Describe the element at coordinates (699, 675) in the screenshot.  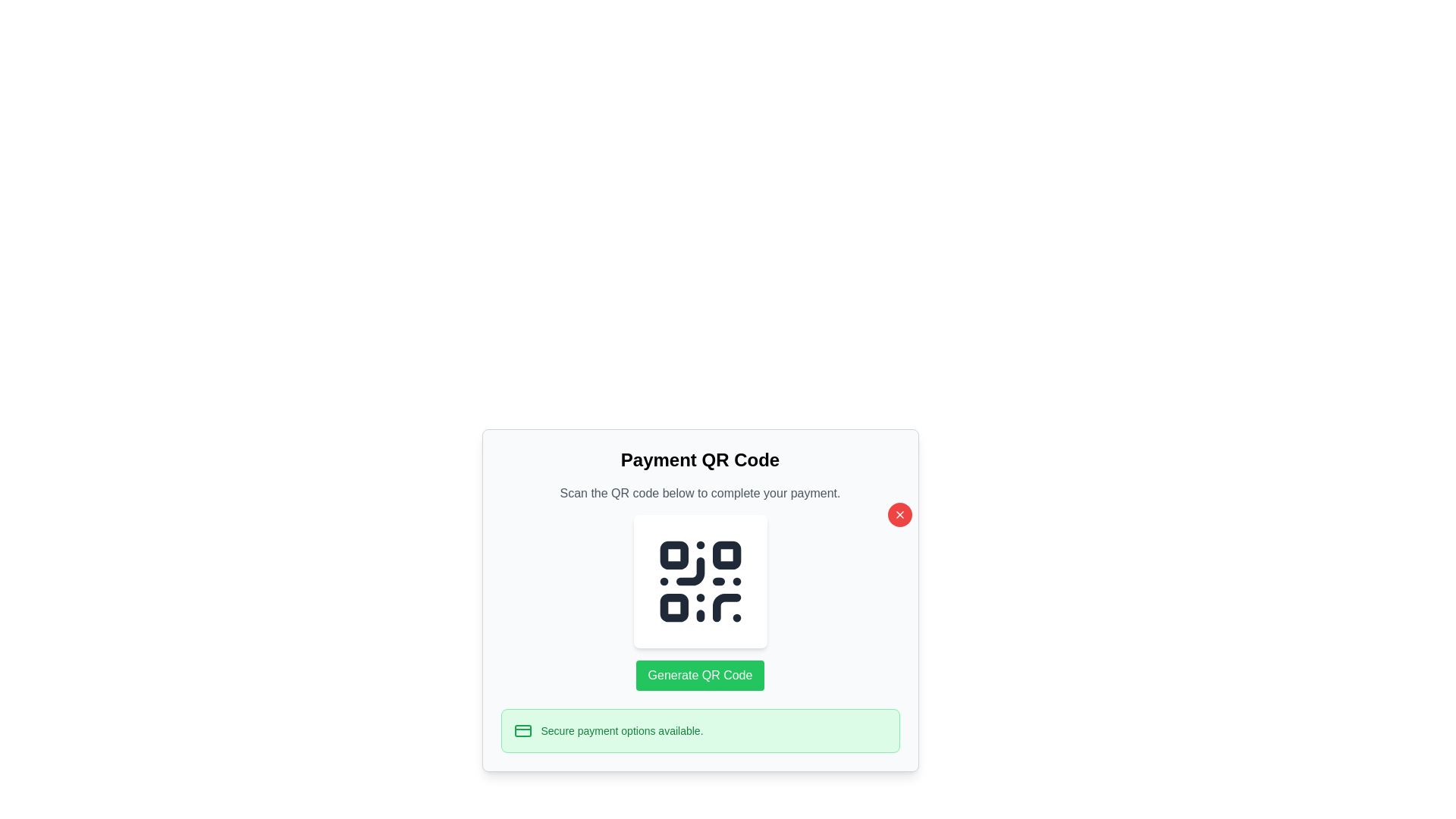
I see `the green button labeled 'Generate QR Code'` at that location.